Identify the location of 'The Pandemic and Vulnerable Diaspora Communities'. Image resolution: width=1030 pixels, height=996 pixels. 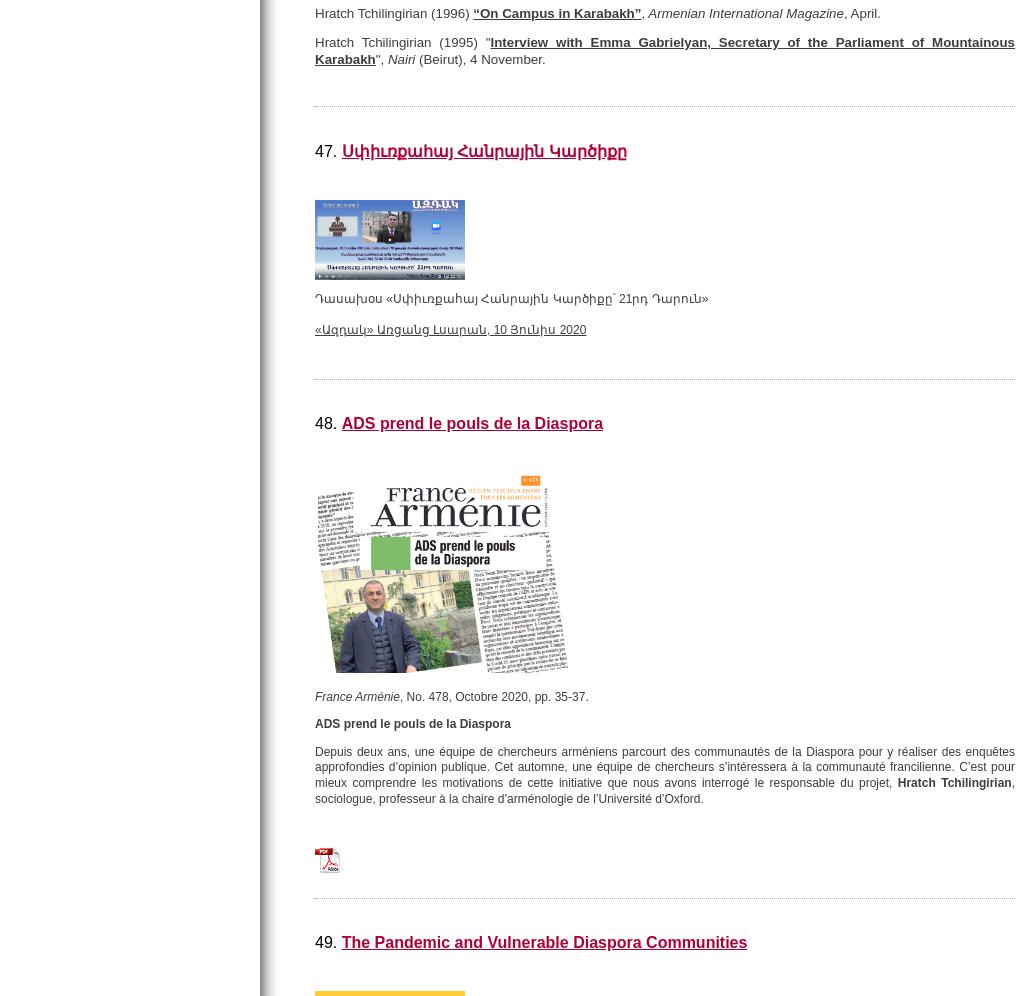
(544, 941).